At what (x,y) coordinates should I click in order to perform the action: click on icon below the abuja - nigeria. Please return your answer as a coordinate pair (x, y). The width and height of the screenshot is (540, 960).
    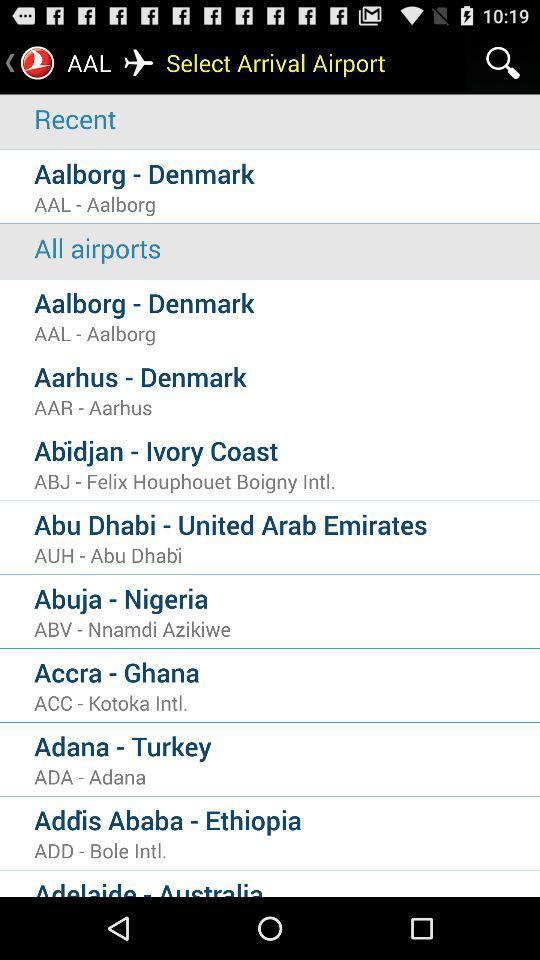
    Looking at the image, I should click on (286, 628).